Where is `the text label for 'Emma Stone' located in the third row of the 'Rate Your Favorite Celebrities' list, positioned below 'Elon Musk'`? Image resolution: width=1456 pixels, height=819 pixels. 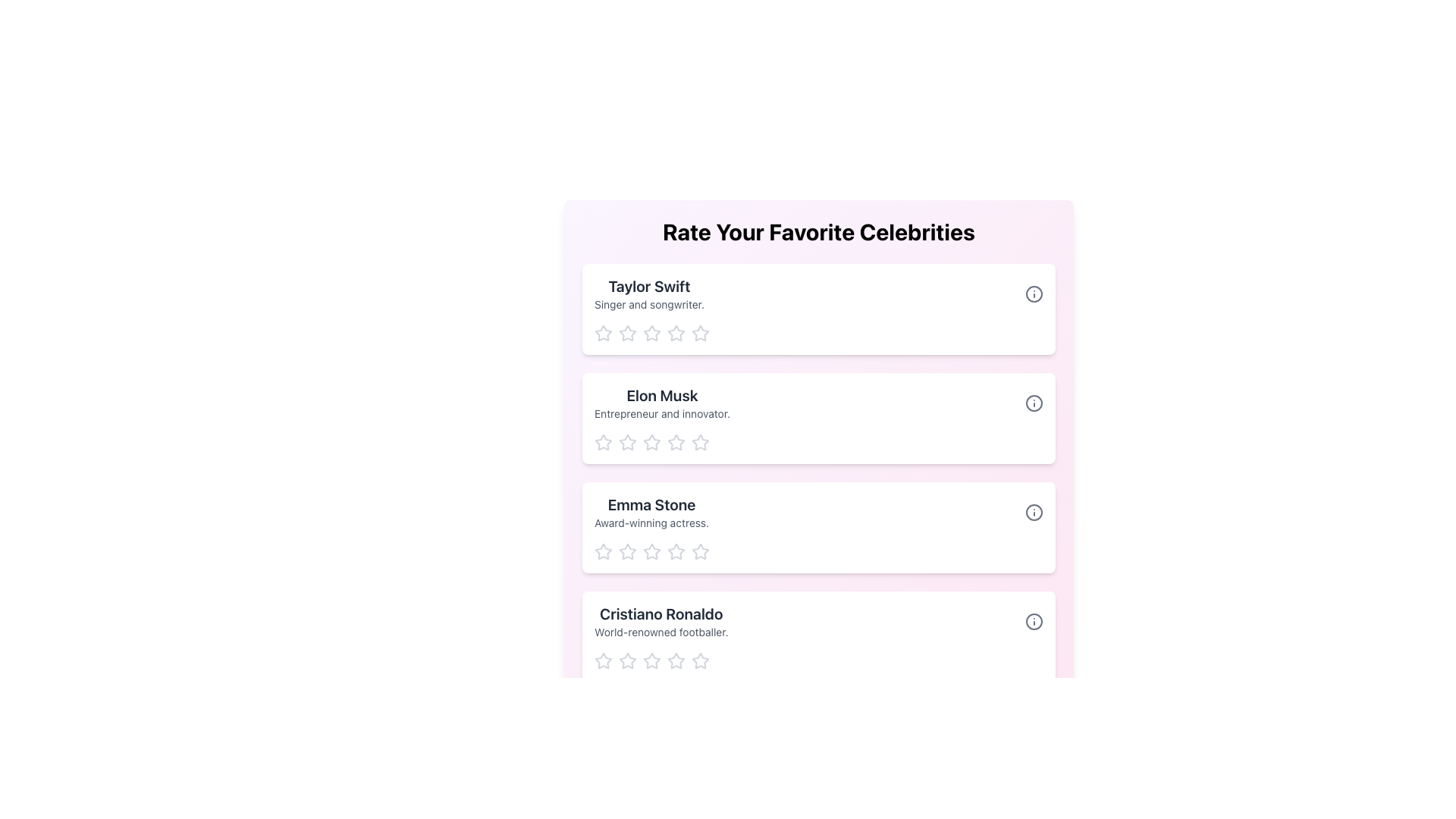 the text label for 'Emma Stone' located in the third row of the 'Rate Your Favorite Celebrities' list, positioned below 'Elon Musk' is located at coordinates (651, 512).